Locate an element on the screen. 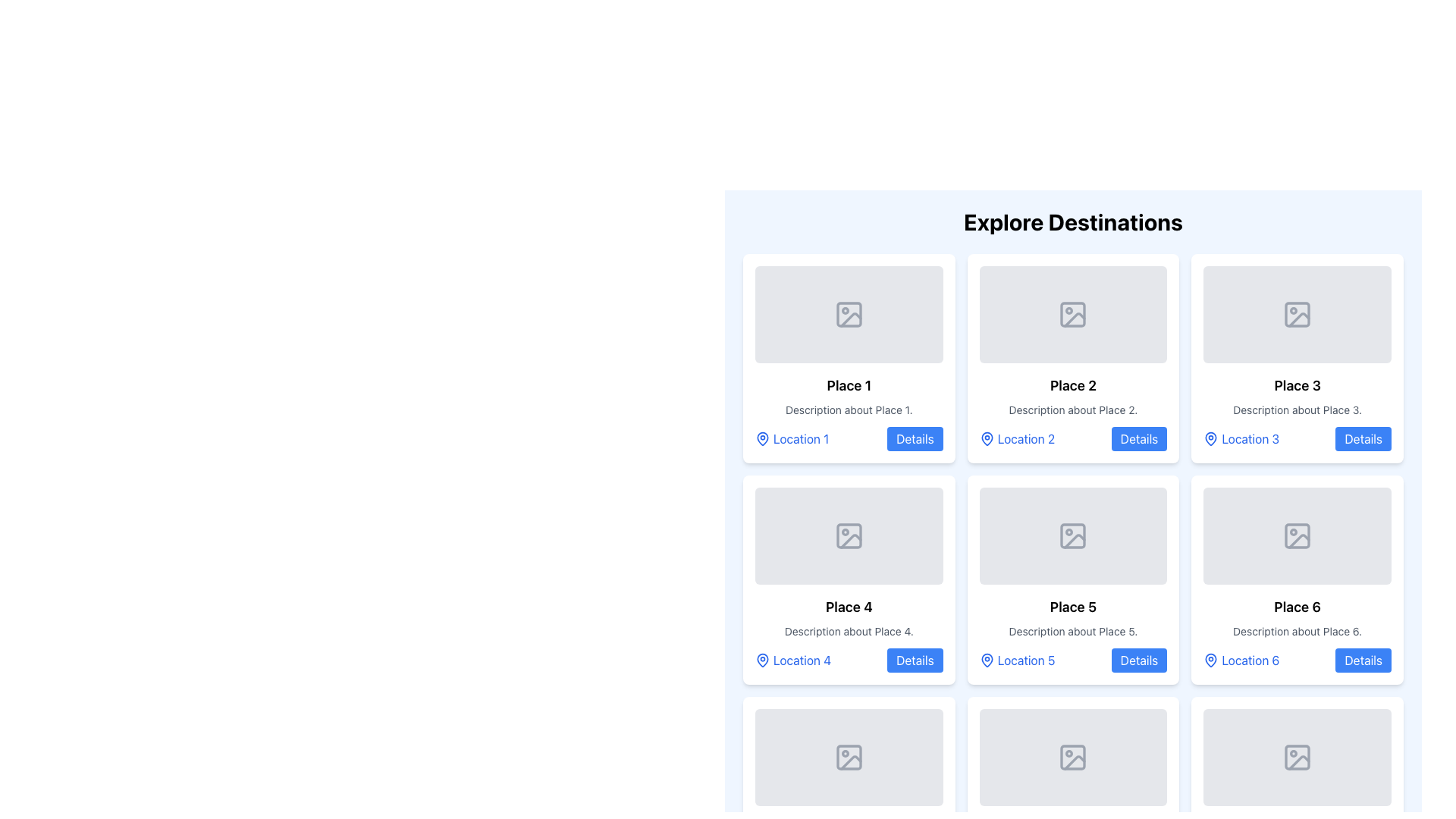 The height and width of the screenshot is (819, 1456). the heart-like vector shape with a blue stroke and white fill, representing a location pin within the Place 1 card in the Explore Destinations section is located at coordinates (763, 438).